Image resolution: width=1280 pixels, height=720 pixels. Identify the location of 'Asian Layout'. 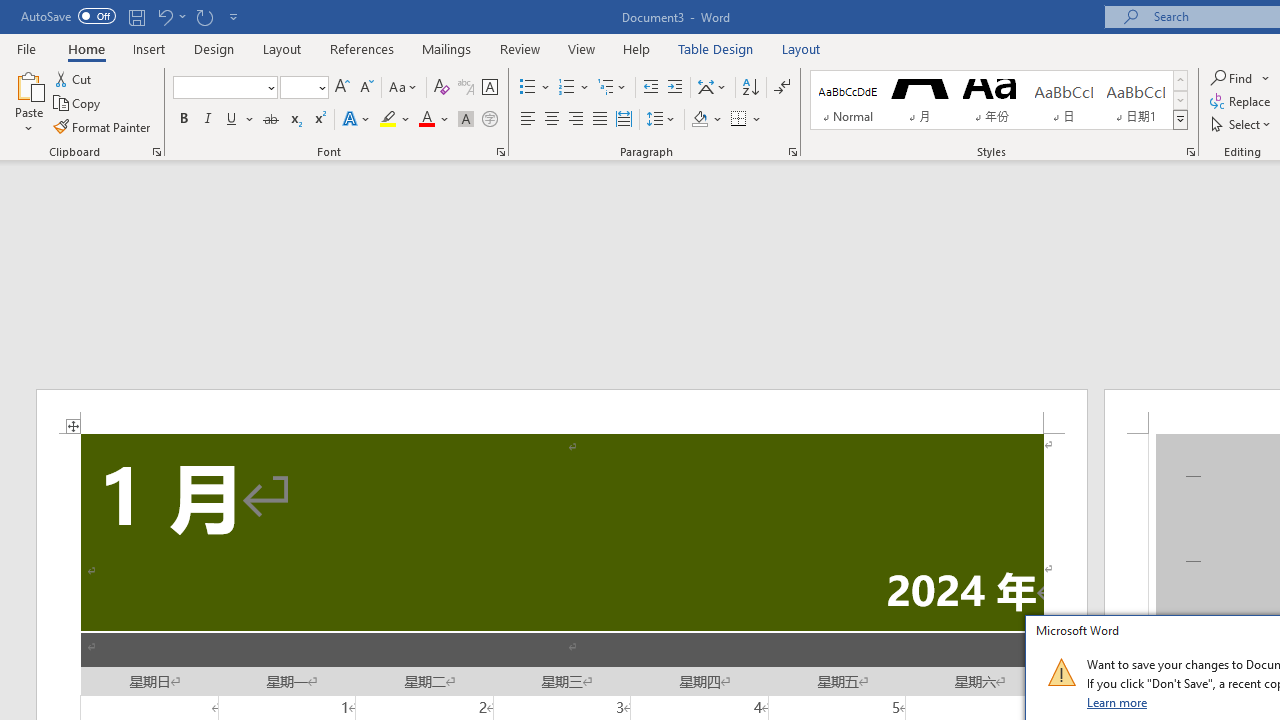
(712, 86).